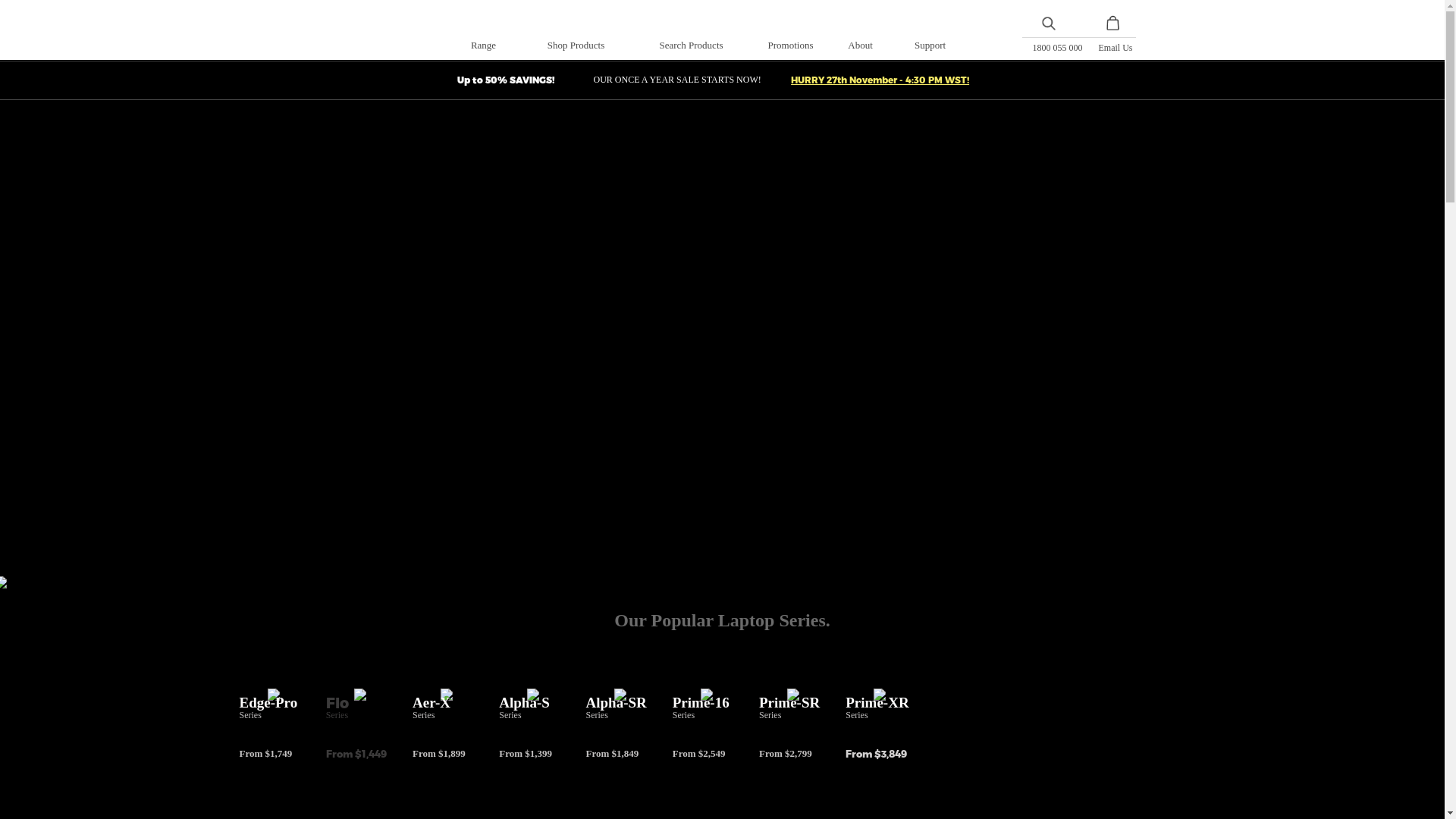 The width and height of the screenshot is (1456, 819). What do you see at coordinates (690, 44) in the screenshot?
I see `'Search Products'` at bounding box center [690, 44].